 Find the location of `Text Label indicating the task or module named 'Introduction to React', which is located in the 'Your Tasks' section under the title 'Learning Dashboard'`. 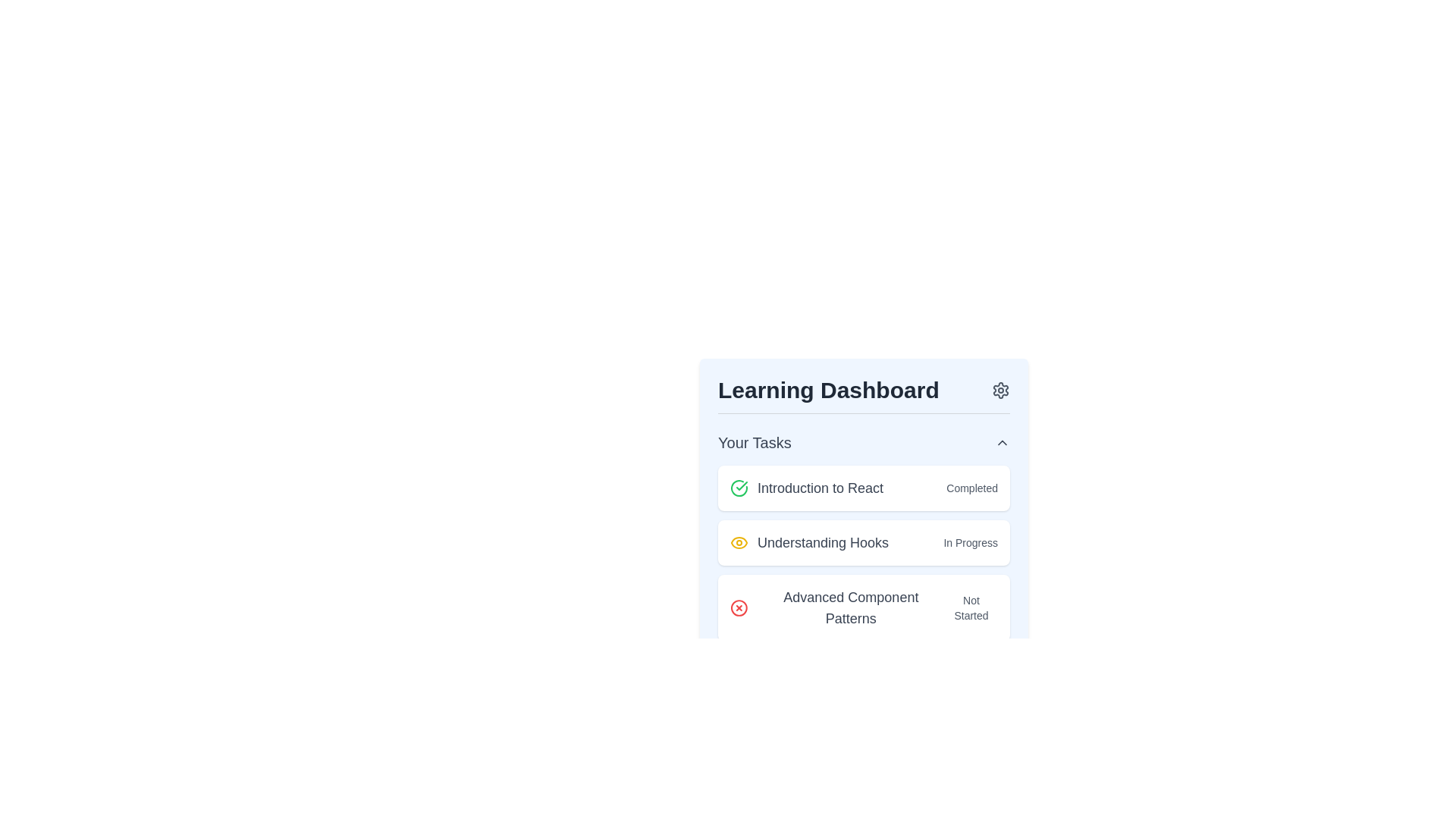

Text Label indicating the task or module named 'Introduction to React', which is located in the 'Your Tasks' section under the title 'Learning Dashboard' is located at coordinates (806, 488).